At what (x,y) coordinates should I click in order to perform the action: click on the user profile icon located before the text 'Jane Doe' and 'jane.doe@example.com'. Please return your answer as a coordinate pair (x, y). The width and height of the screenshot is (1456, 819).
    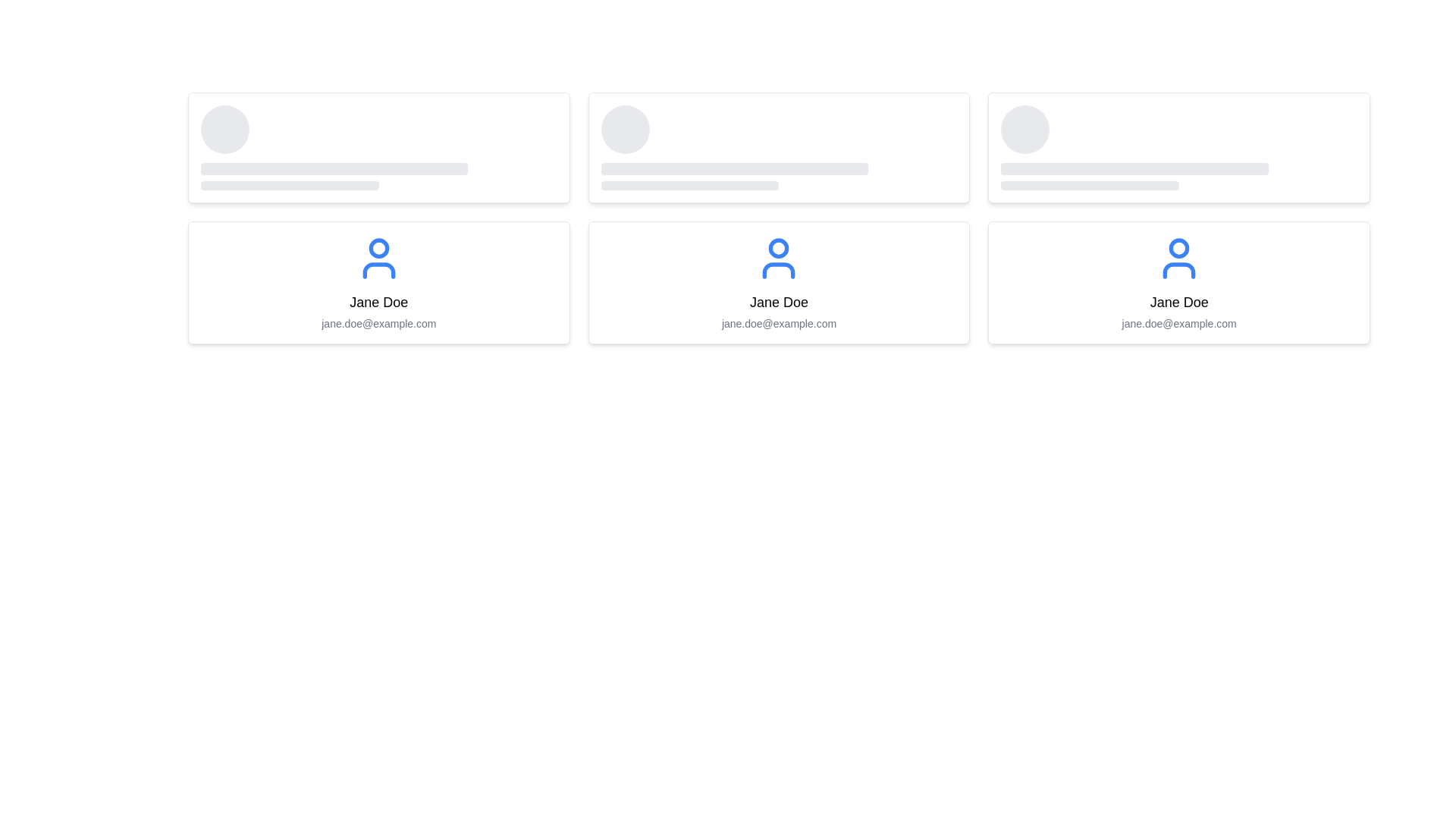
    Looking at the image, I should click on (378, 257).